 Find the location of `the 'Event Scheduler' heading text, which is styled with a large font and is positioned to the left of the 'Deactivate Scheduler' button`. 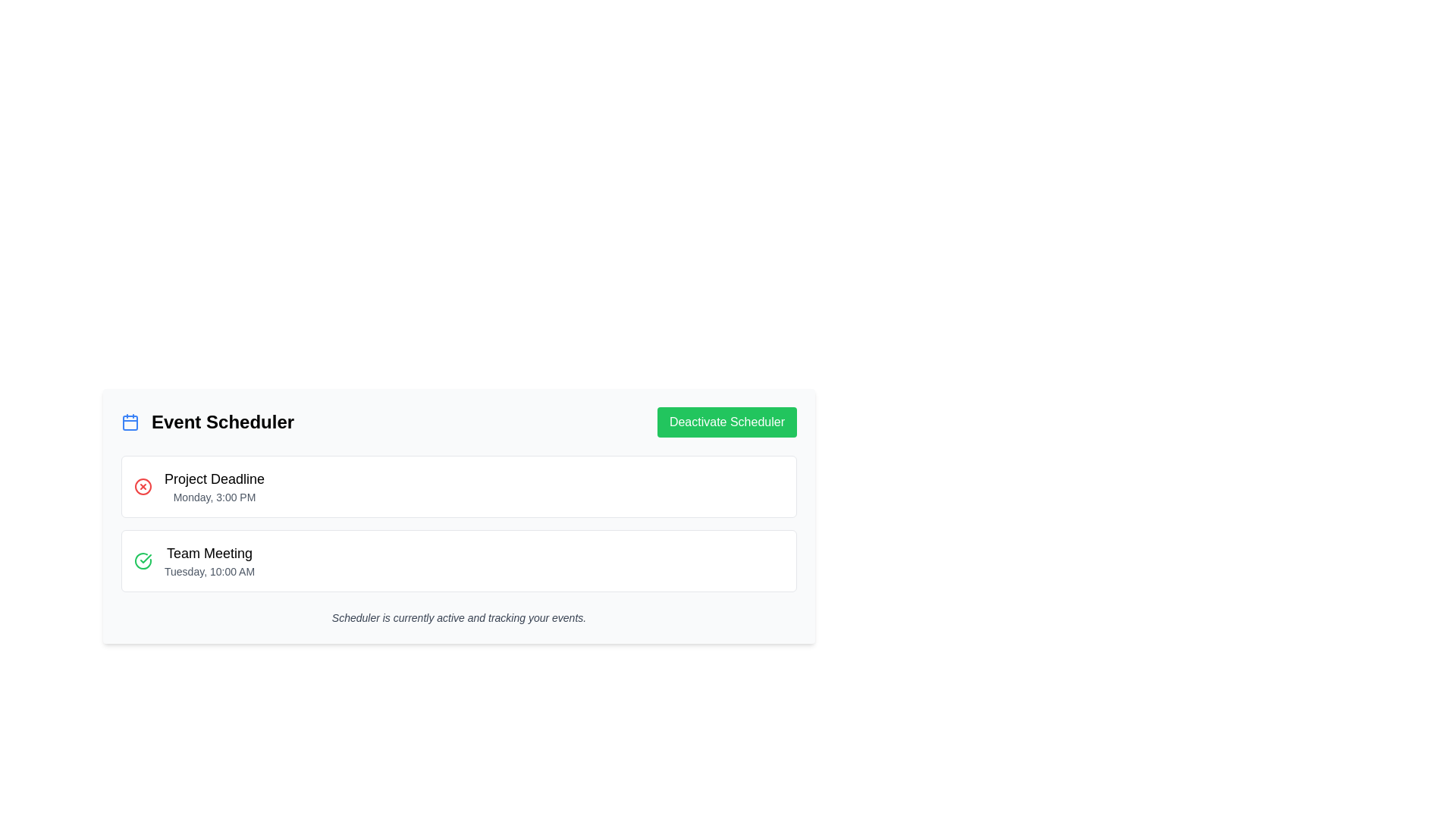

the 'Event Scheduler' heading text, which is styled with a large font and is positioned to the left of the 'Deactivate Scheduler' button is located at coordinates (206, 422).